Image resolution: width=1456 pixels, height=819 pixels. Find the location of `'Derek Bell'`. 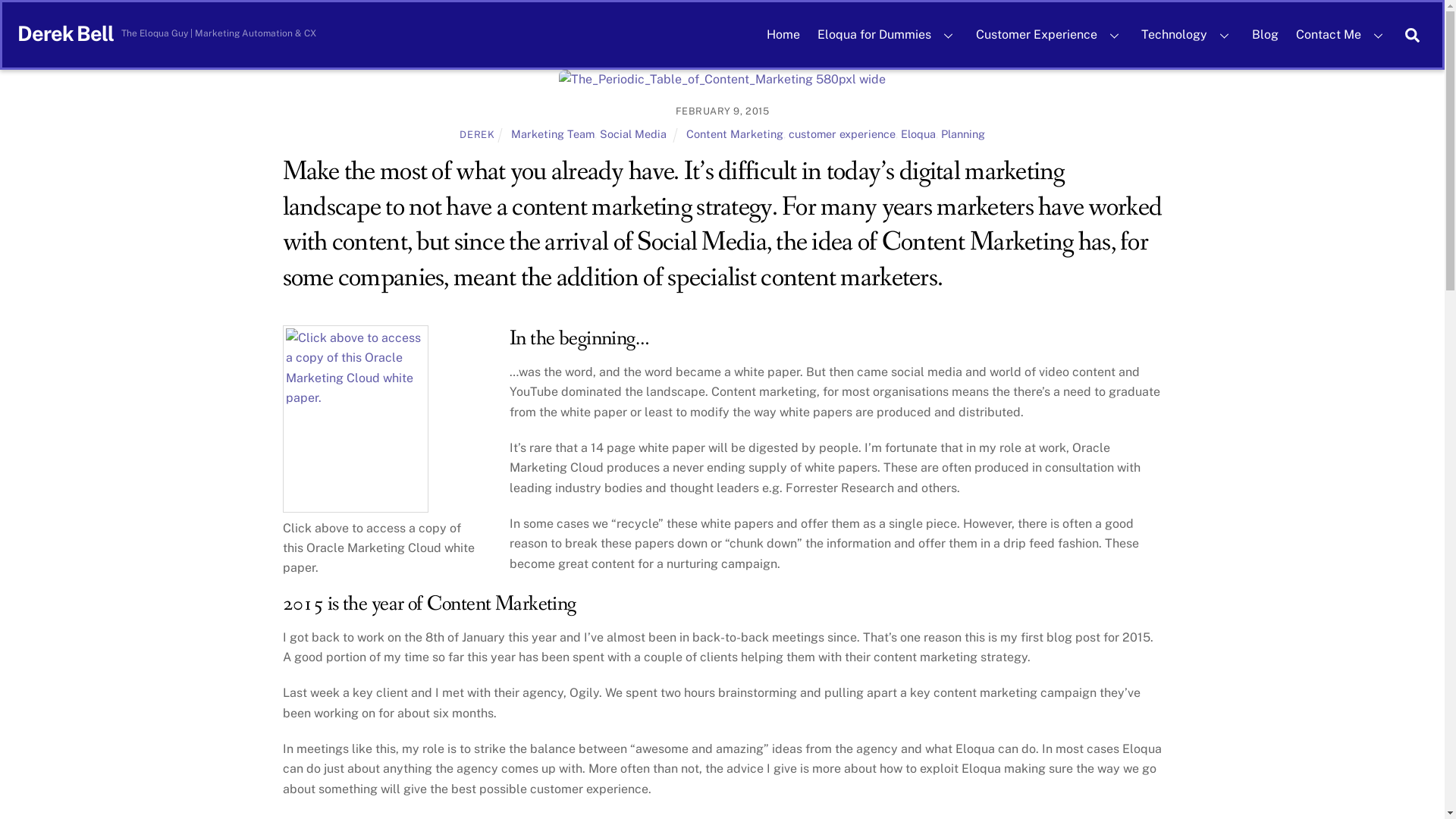

'Derek Bell' is located at coordinates (64, 33).